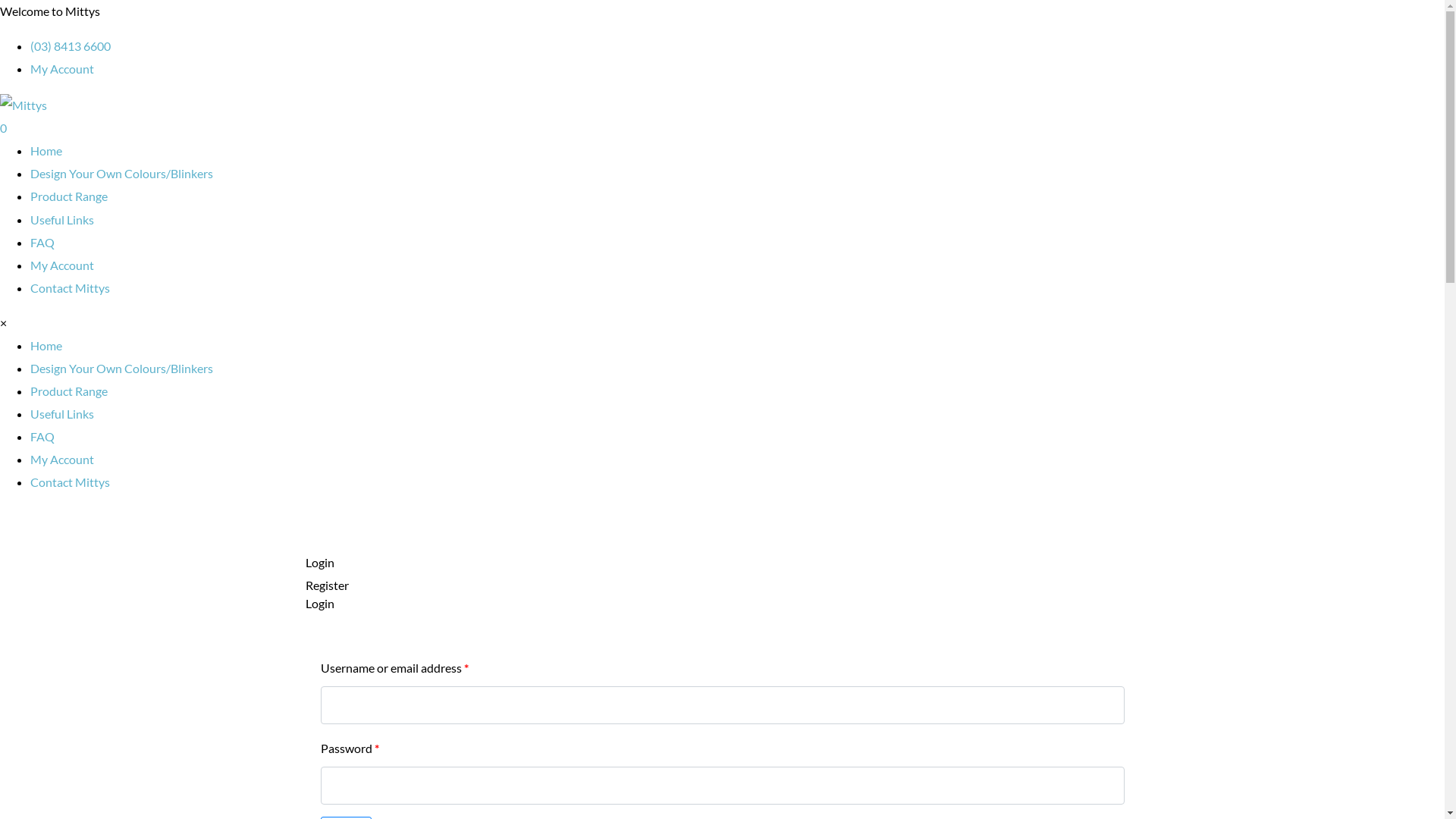  Describe the element at coordinates (46, 150) in the screenshot. I see `'Home'` at that location.